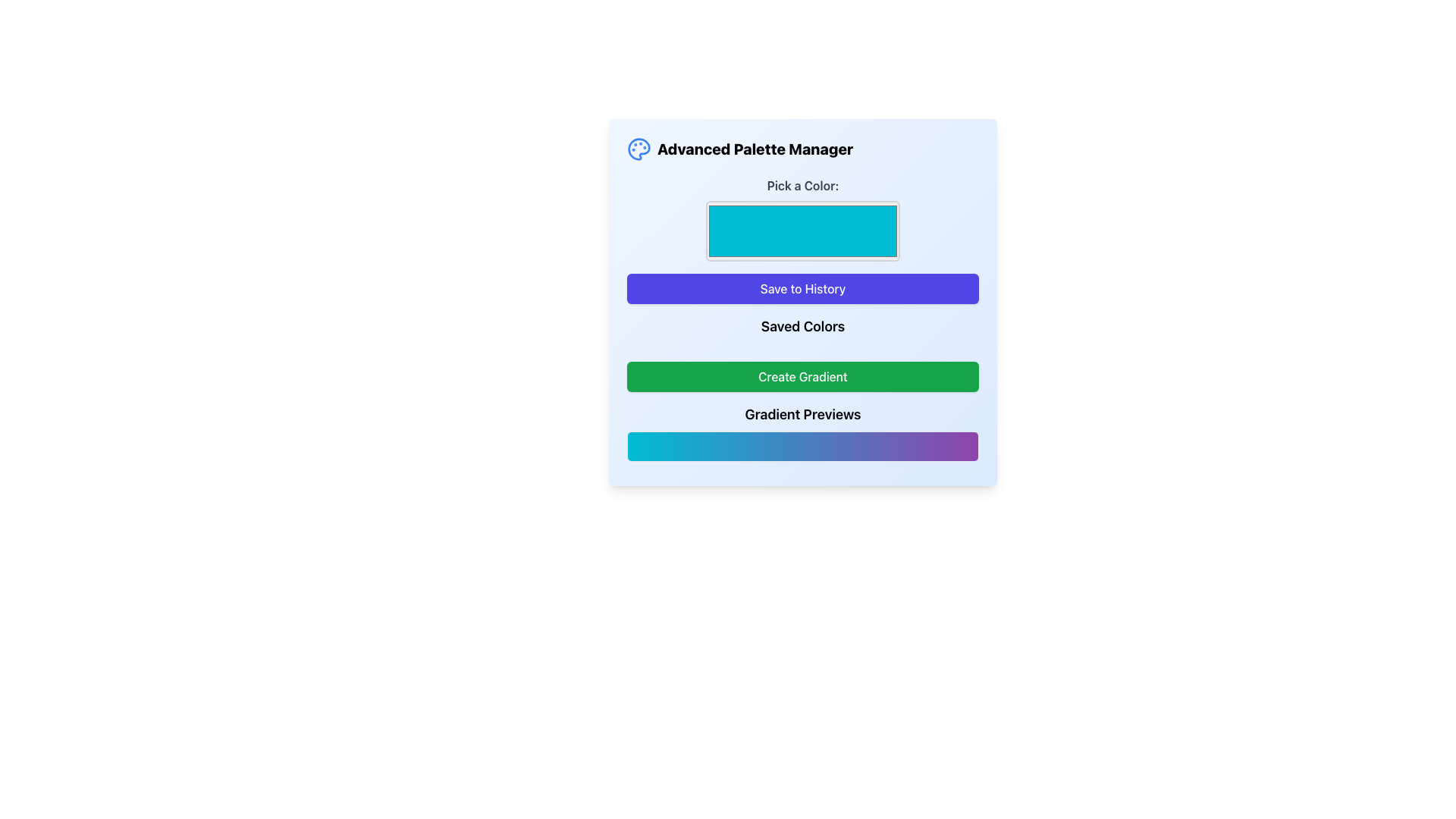 Image resolution: width=1456 pixels, height=819 pixels. I want to click on the vector graphic palette located in the top left corner of the interface, next to the title 'Advanced Palette Manager', so click(639, 149).